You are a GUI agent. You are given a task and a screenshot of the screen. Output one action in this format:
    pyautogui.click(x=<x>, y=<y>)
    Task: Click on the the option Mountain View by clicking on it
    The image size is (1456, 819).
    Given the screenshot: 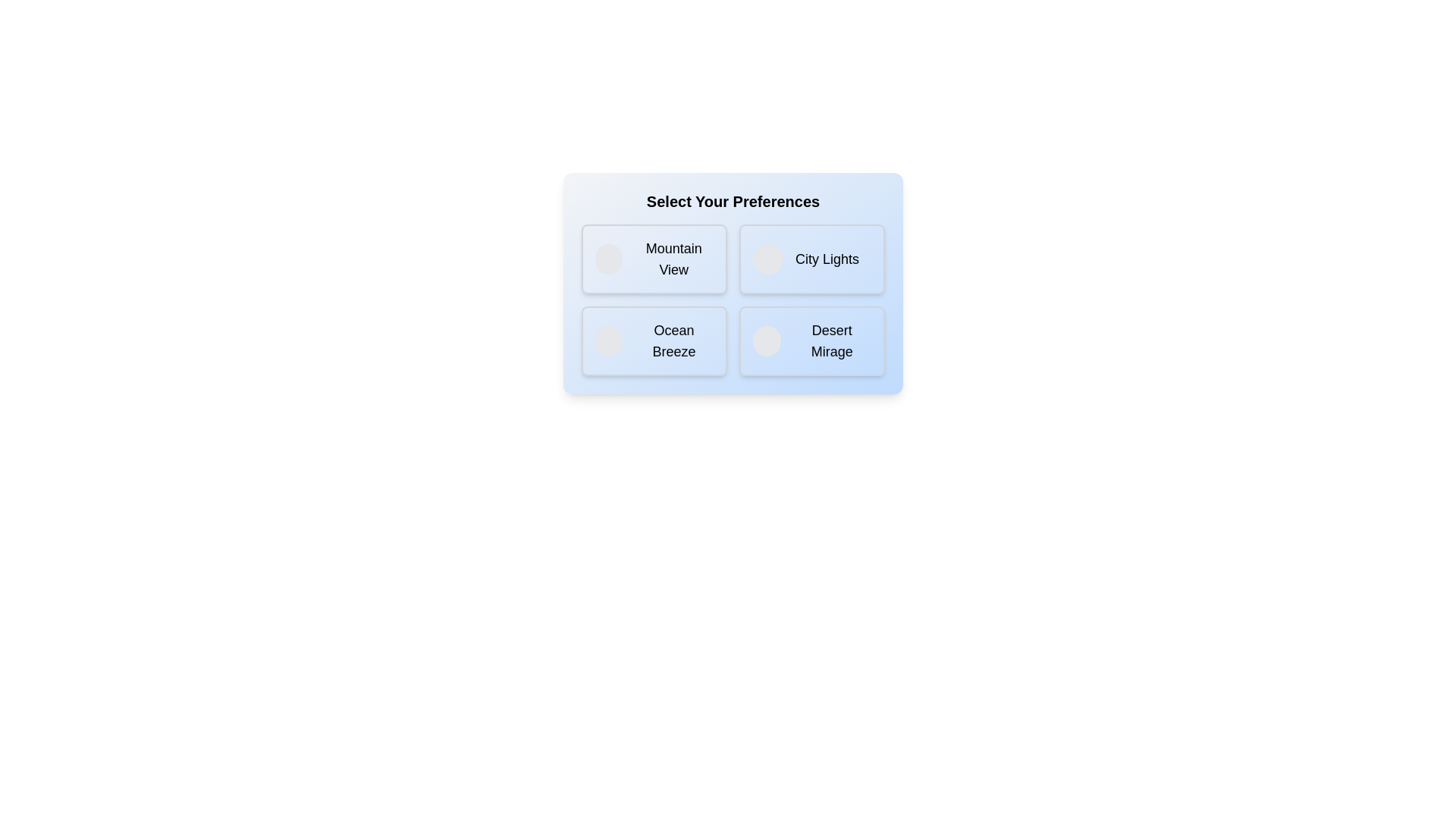 What is the action you would take?
    pyautogui.click(x=654, y=259)
    